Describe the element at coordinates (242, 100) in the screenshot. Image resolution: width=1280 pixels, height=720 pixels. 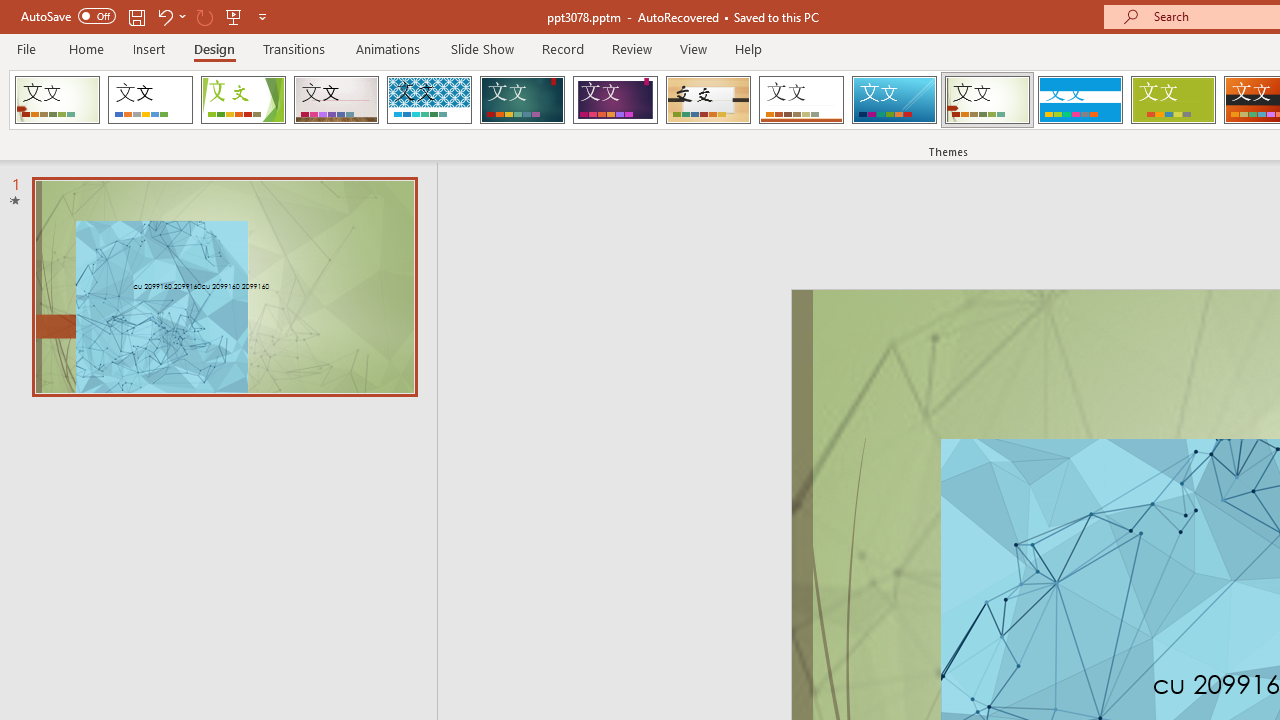
I see `'Facet'` at that location.